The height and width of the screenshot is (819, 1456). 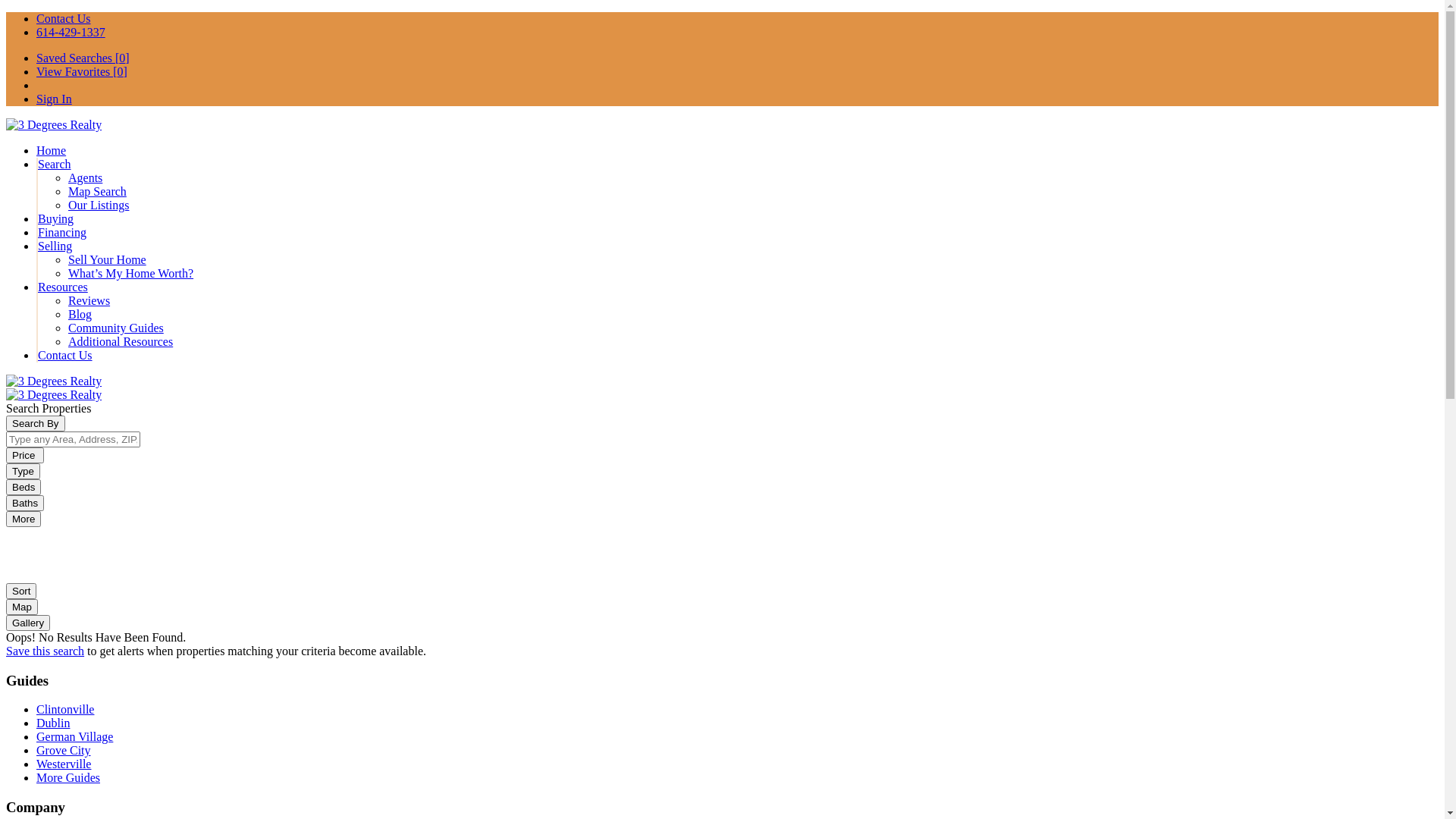 I want to click on 'Search', so click(x=55, y=164).